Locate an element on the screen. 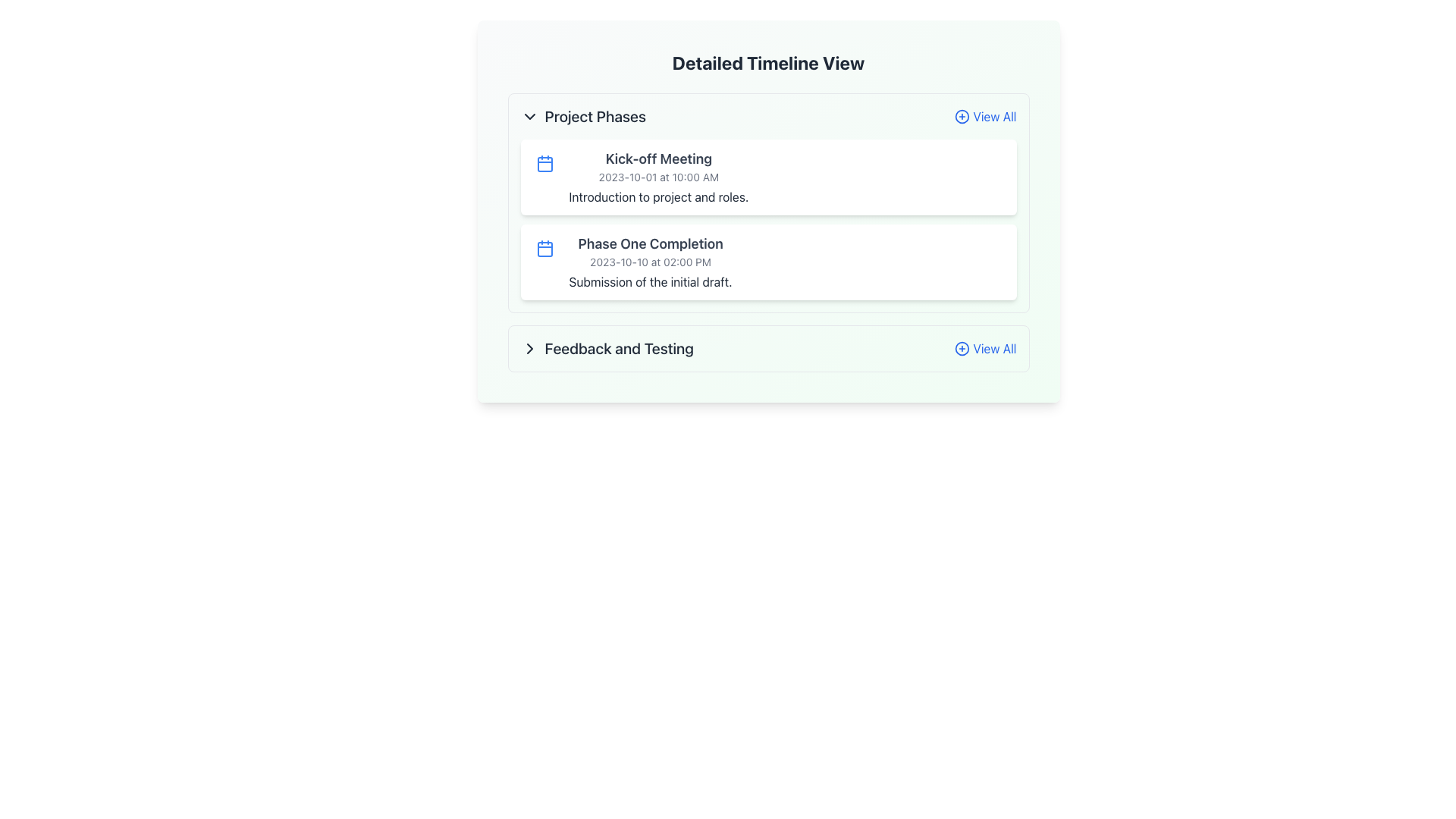 The width and height of the screenshot is (1456, 819). the 'View All' interactive link with a blue circular icon and plus sign, located in the top-right corner of the 'Project Phases' section to underline the text is located at coordinates (985, 116).